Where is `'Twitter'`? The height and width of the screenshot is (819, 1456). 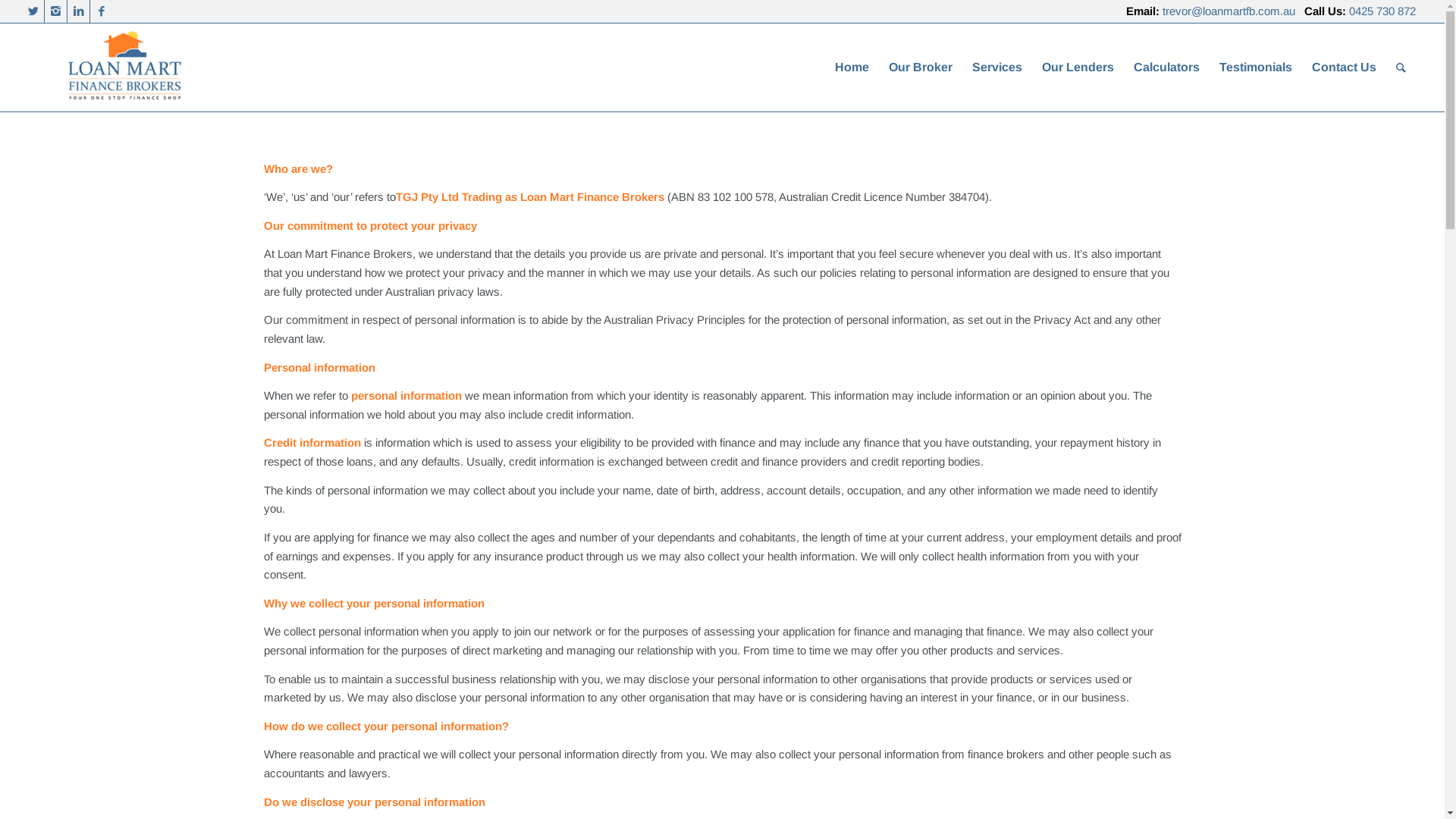 'Twitter' is located at coordinates (33, 11).